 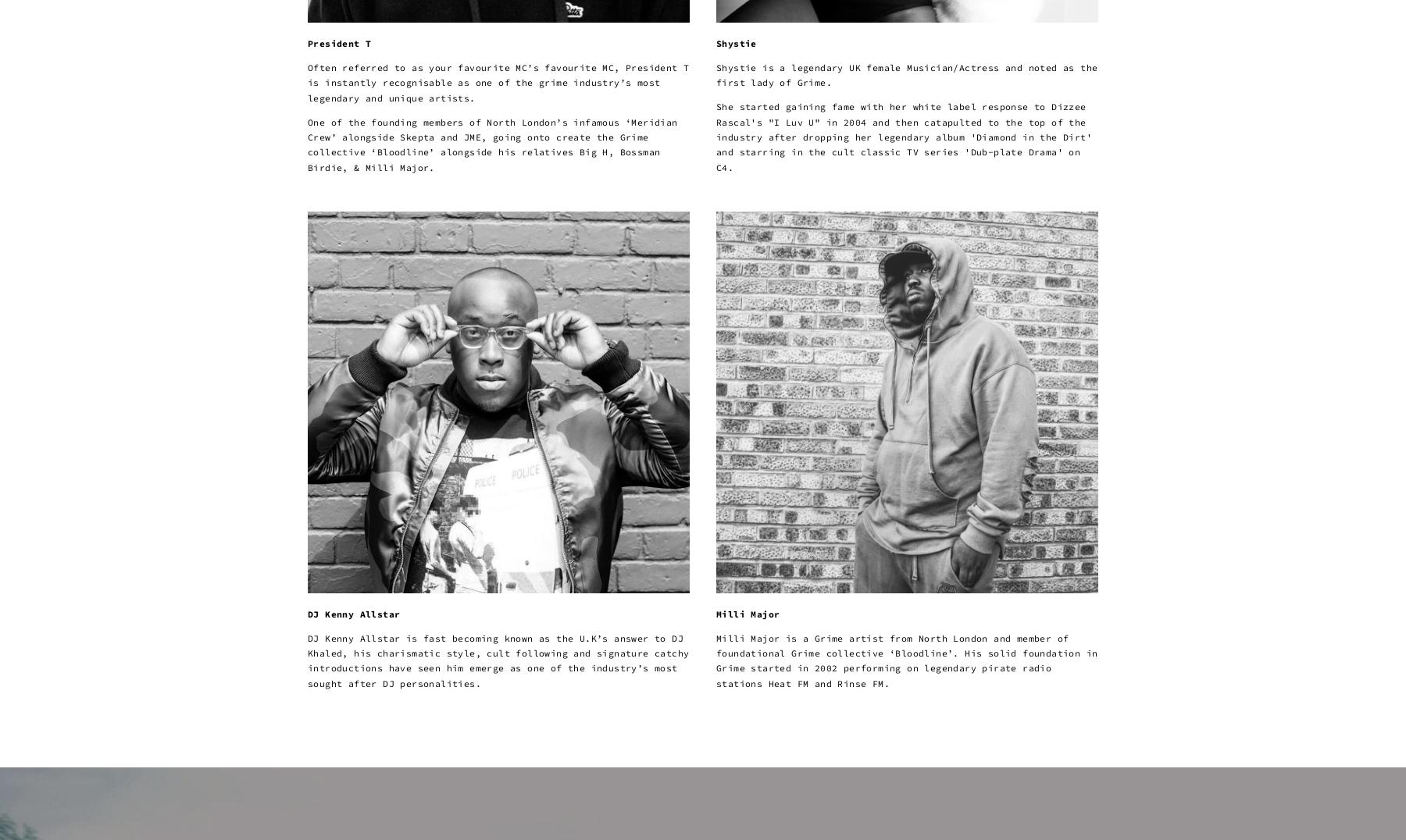 I want to click on 'Milli Major is a Grime artist from North London and member of foundational Grime collective ‘Bloodline’. His solid foundation in Grime started in 2002 performing on legendary pirate radio stations Heat FM and Rinse FM.', so click(x=906, y=659).